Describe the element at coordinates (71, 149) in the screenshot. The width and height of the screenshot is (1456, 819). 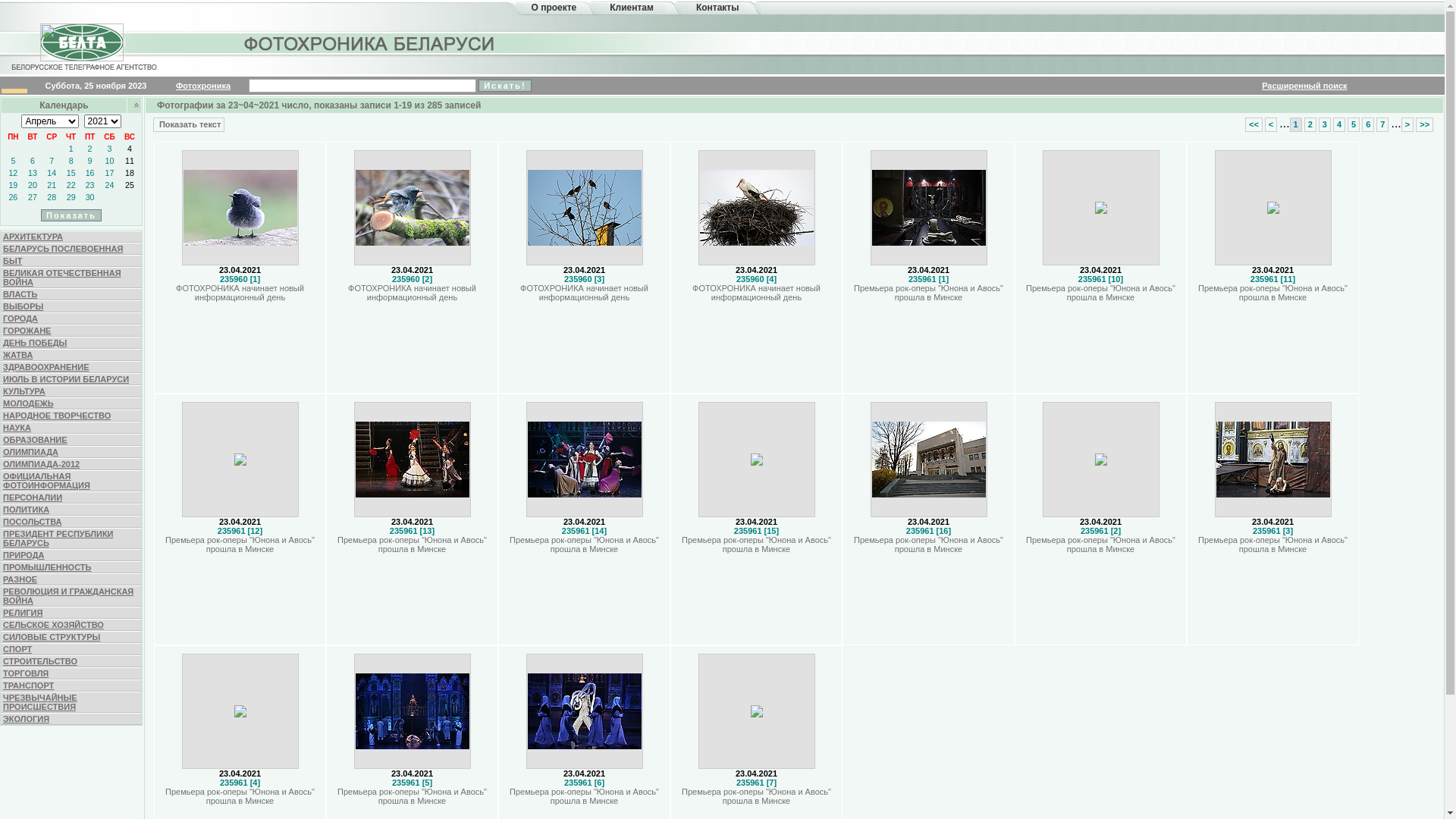
I see `'1'` at that location.